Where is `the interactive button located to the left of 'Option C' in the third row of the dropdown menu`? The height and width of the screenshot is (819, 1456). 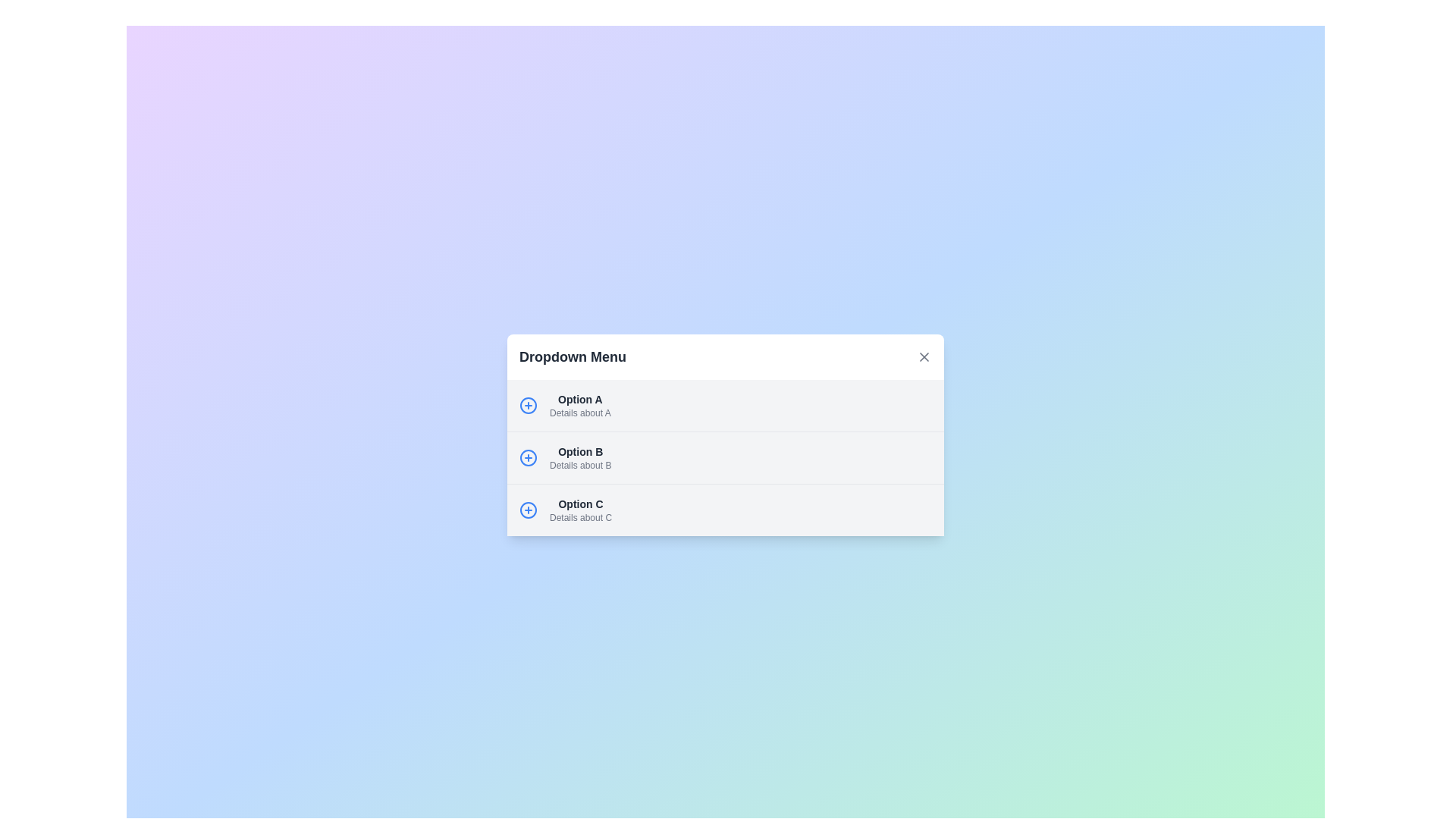
the interactive button located to the left of 'Option C' in the third row of the dropdown menu is located at coordinates (528, 510).